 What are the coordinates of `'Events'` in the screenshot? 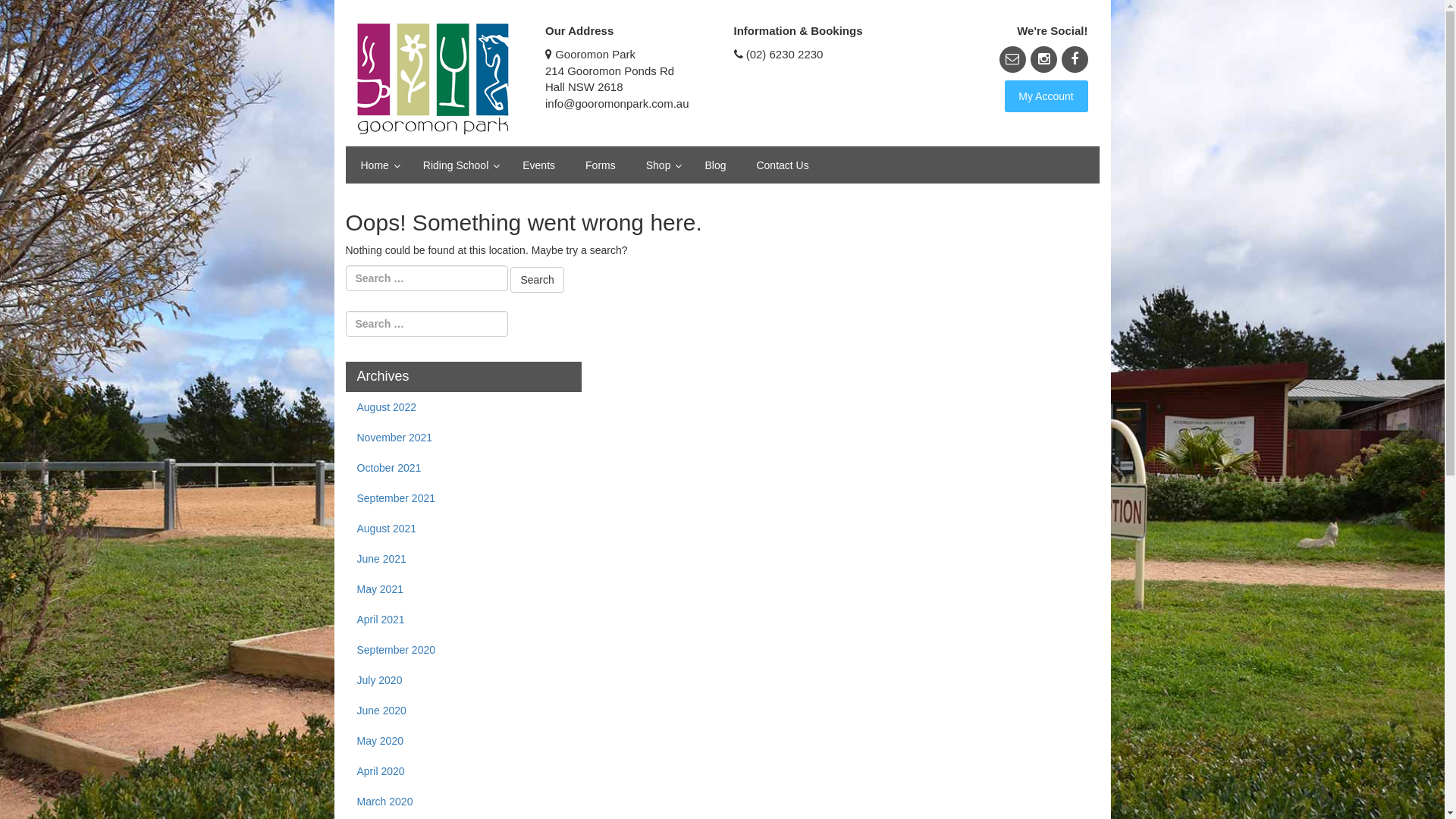 It's located at (538, 165).